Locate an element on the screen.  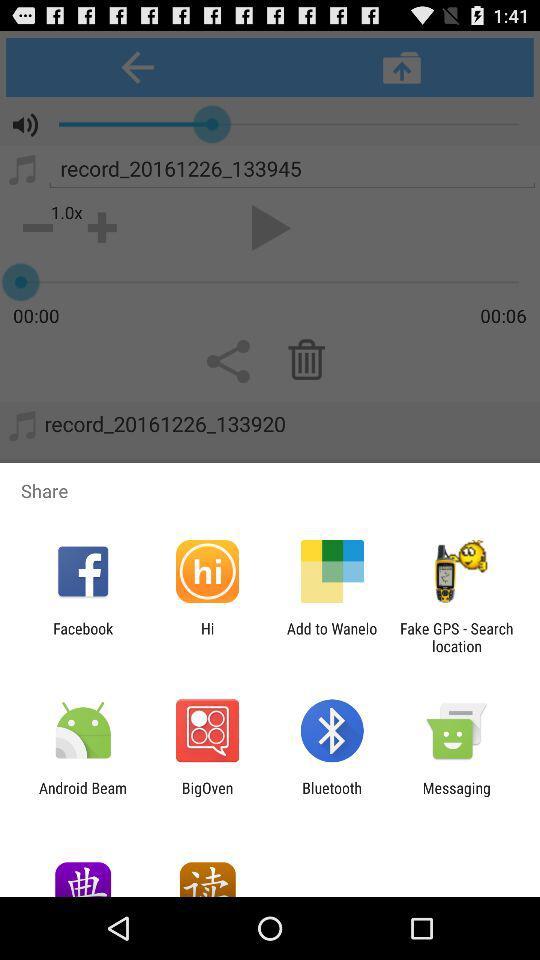
the icon next to the bigoven icon is located at coordinates (82, 796).